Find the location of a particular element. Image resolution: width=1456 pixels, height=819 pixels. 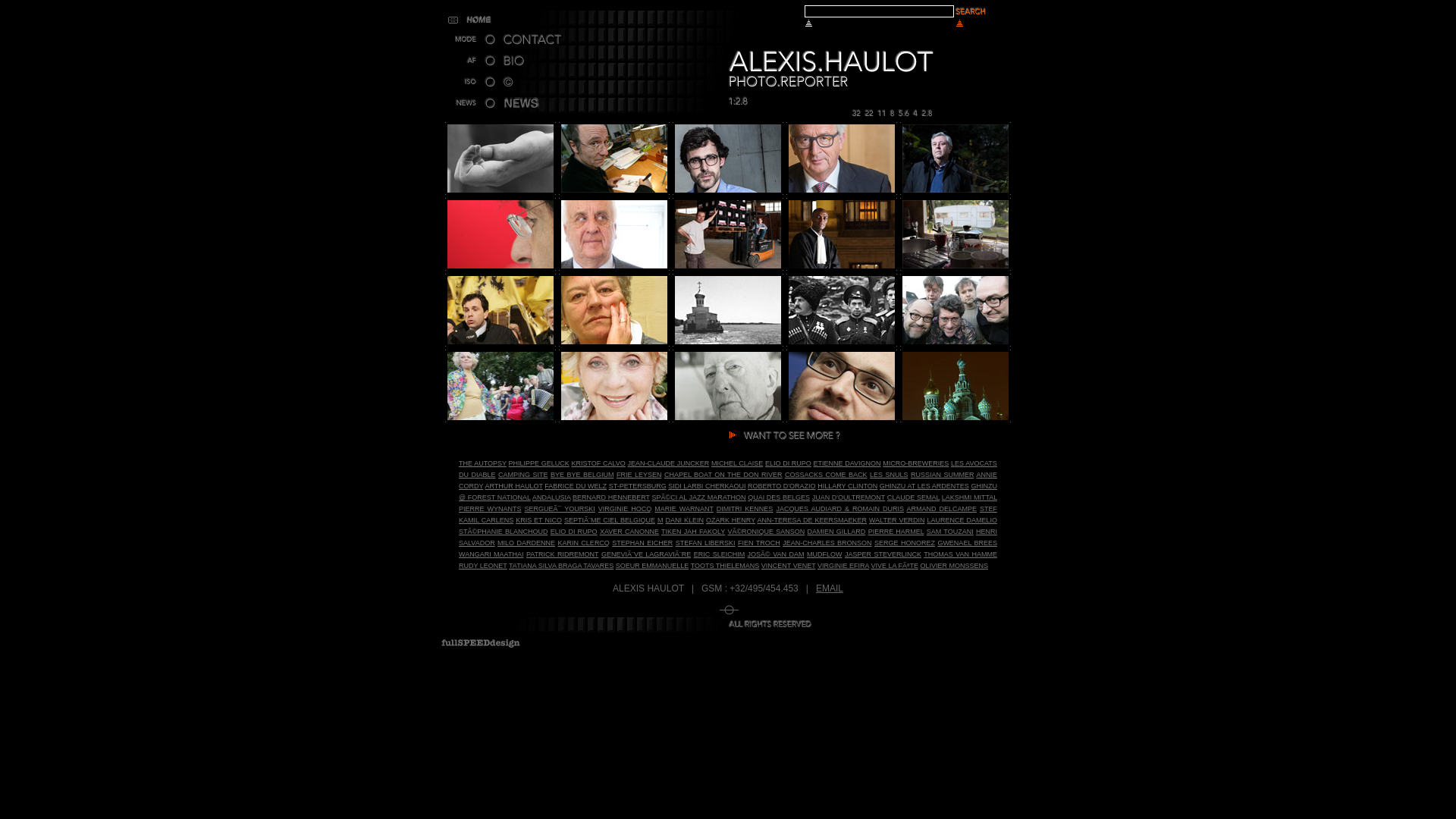

'VIRGINIE HOCQ' is located at coordinates (625, 509).